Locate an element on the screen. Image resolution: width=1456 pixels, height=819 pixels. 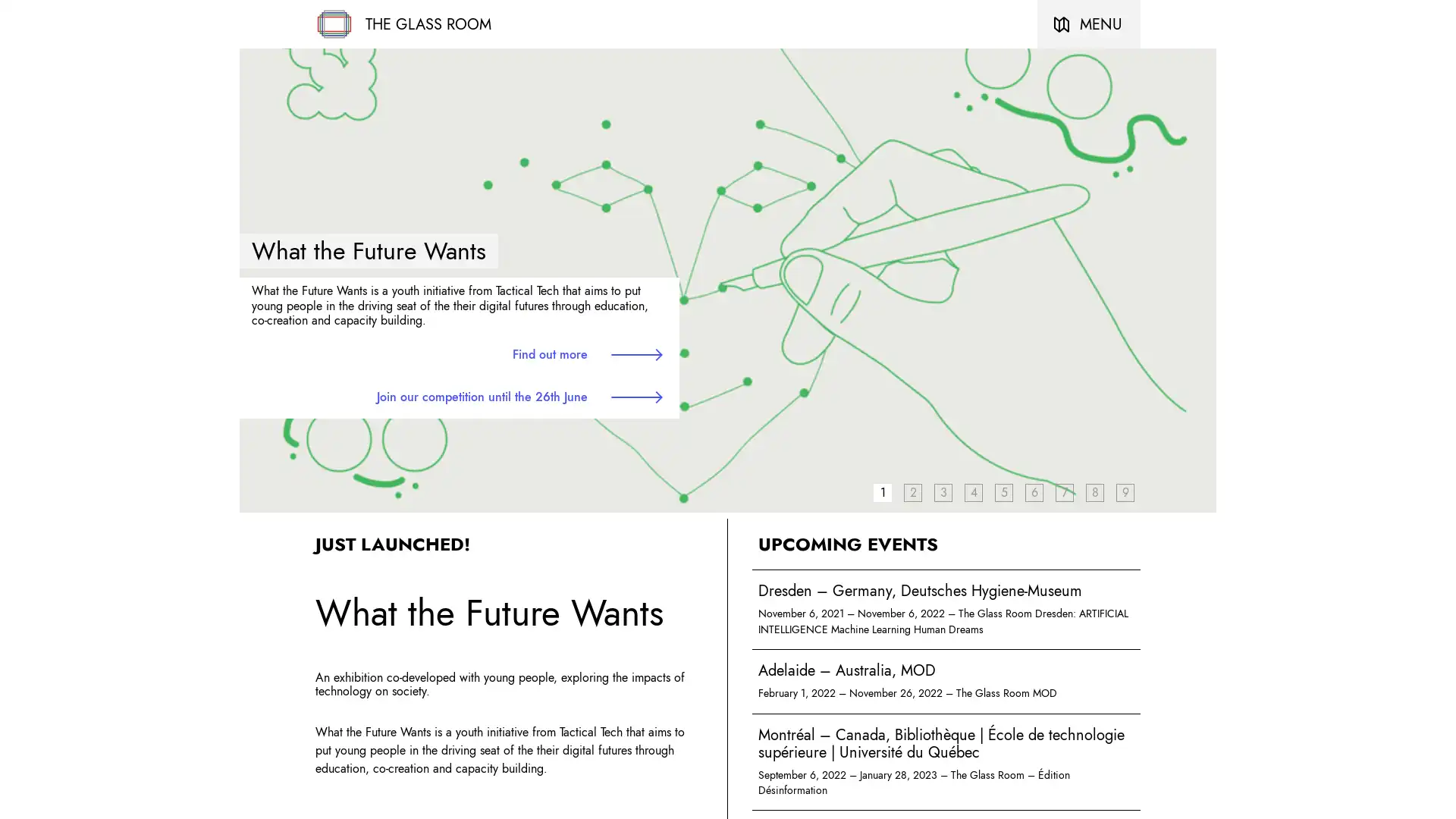
slide item 3 is located at coordinates (942, 491).